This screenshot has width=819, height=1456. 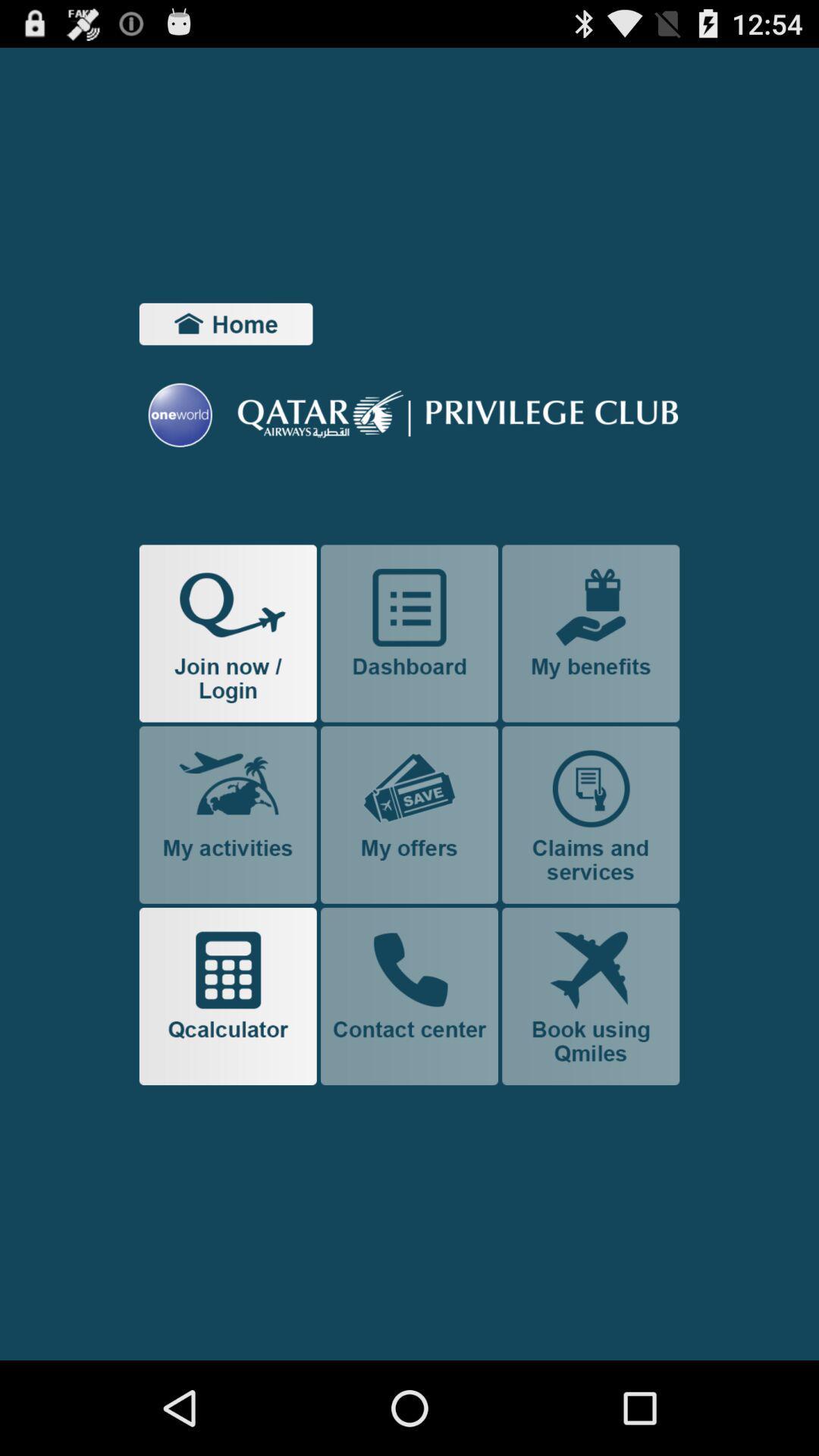 I want to click on the my offers button, so click(x=409, y=814).